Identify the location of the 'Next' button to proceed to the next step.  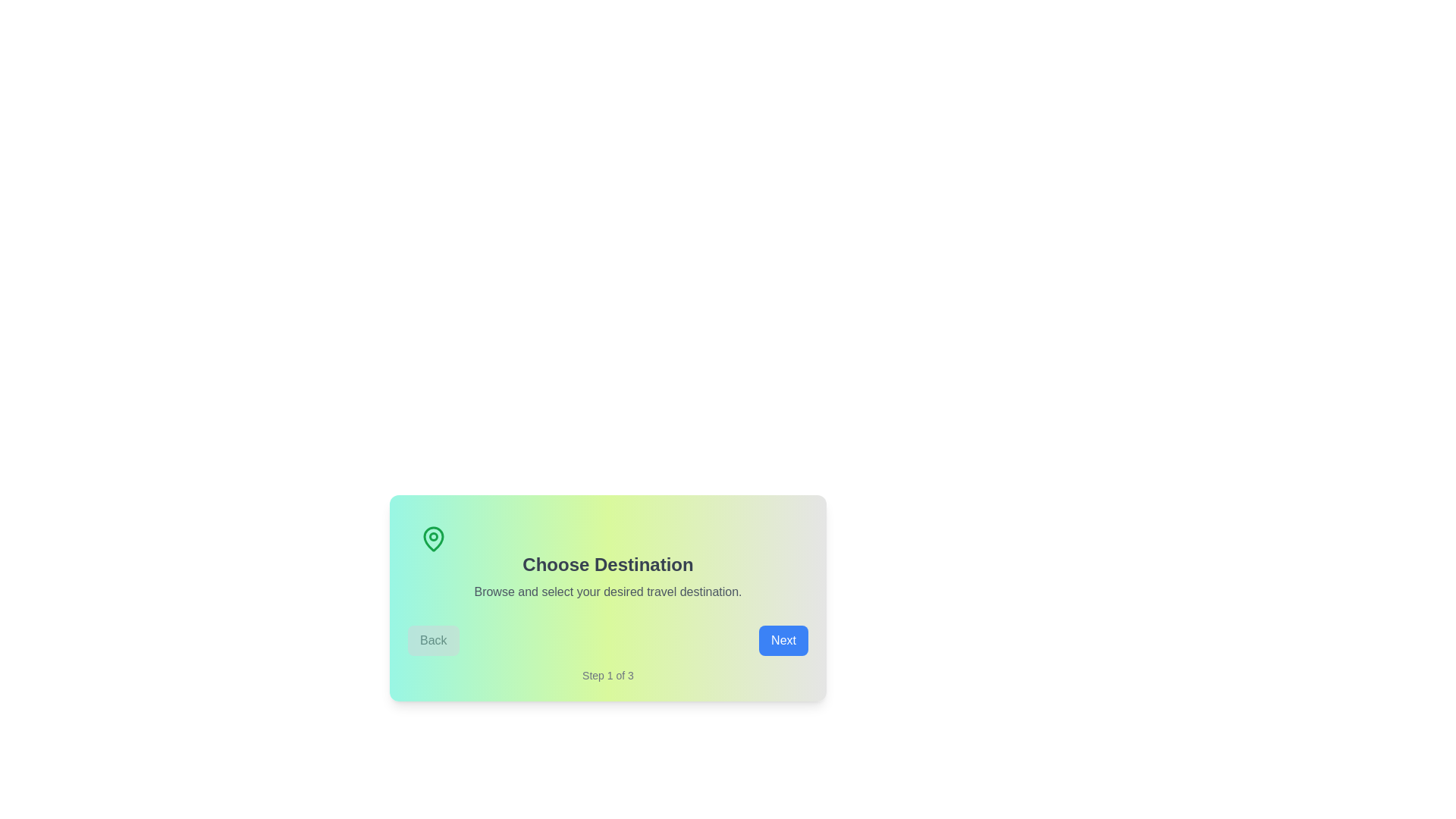
(783, 640).